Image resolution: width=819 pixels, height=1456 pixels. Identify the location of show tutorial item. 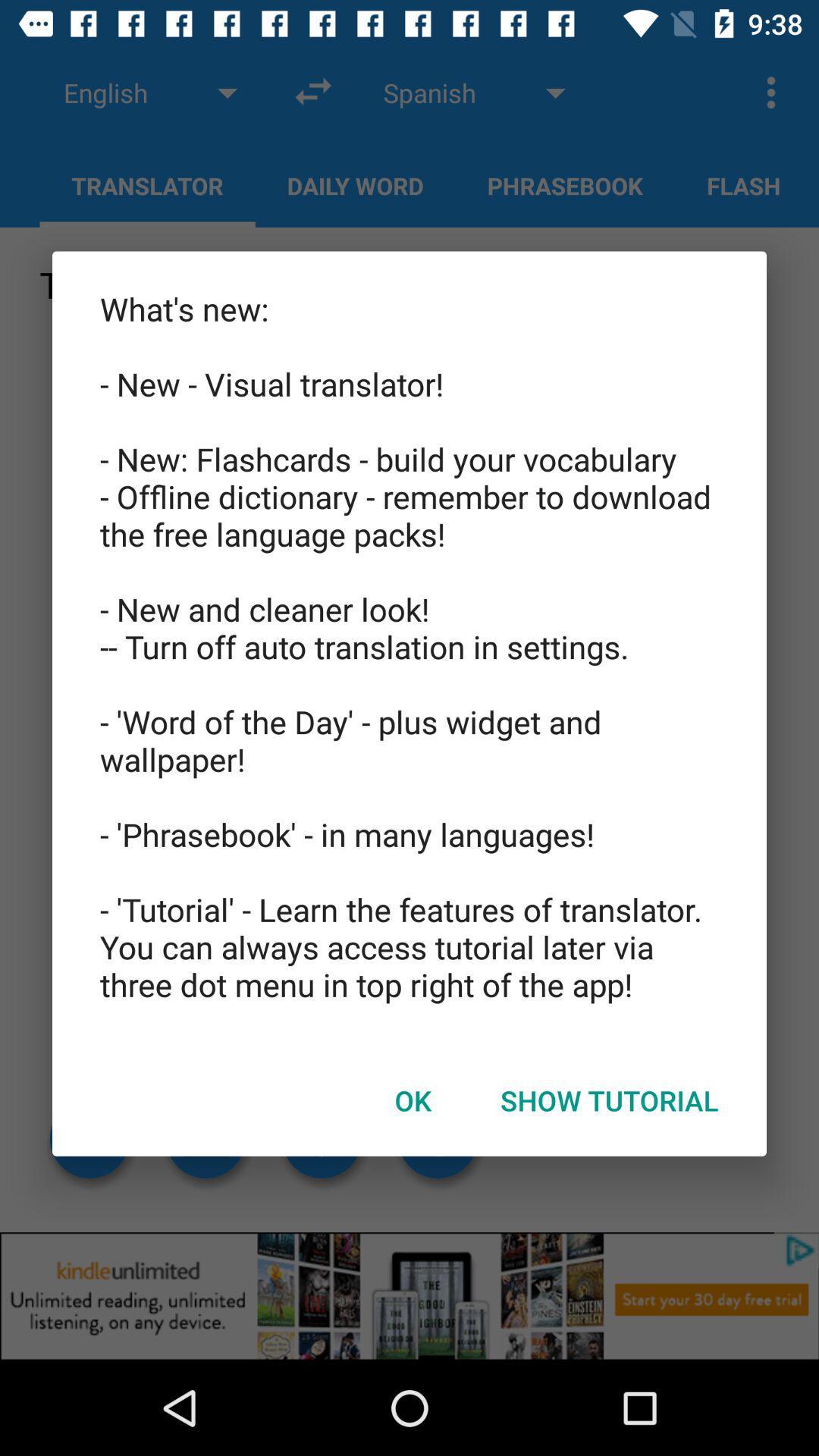
(608, 1100).